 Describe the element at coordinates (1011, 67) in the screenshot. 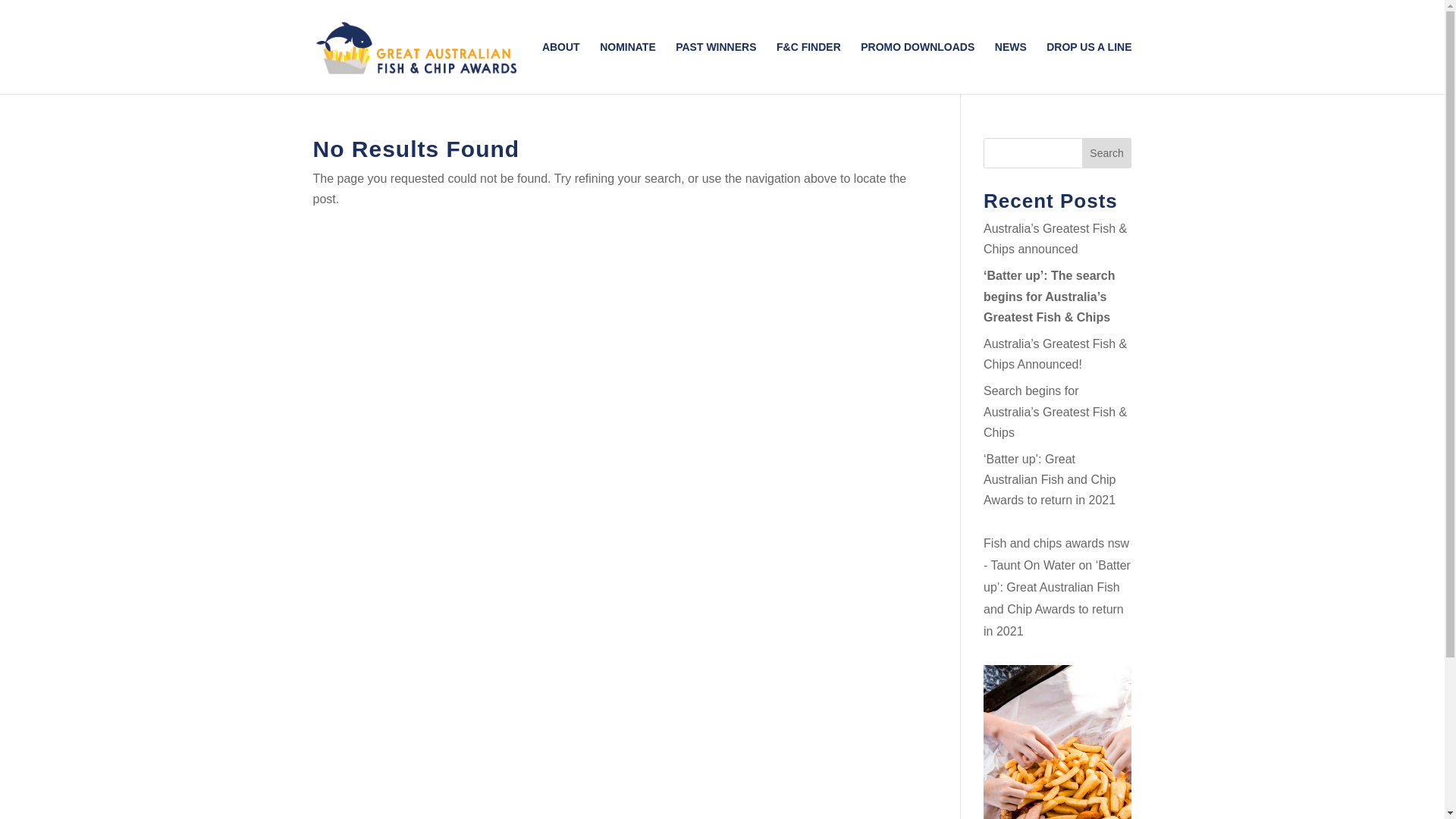

I see `'NEWS'` at that location.